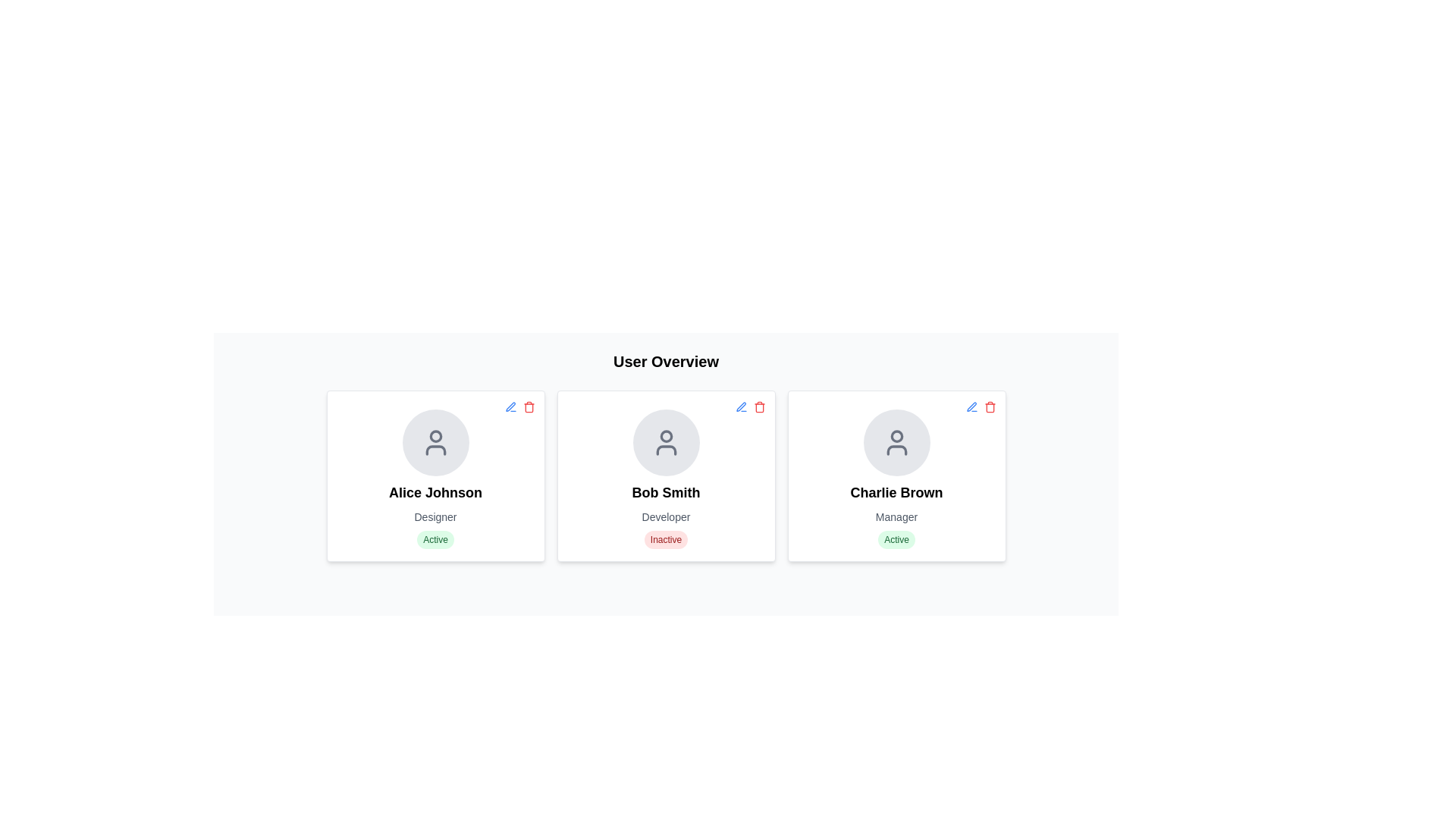 Image resolution: width=1456 pixels, height=819 pixels. Describe the element at coordinates (666, 442) in the screenshot. I see `the icon or avatar placeholder that represents the user within the card titled 'Bob Smith' to select it` at that location.